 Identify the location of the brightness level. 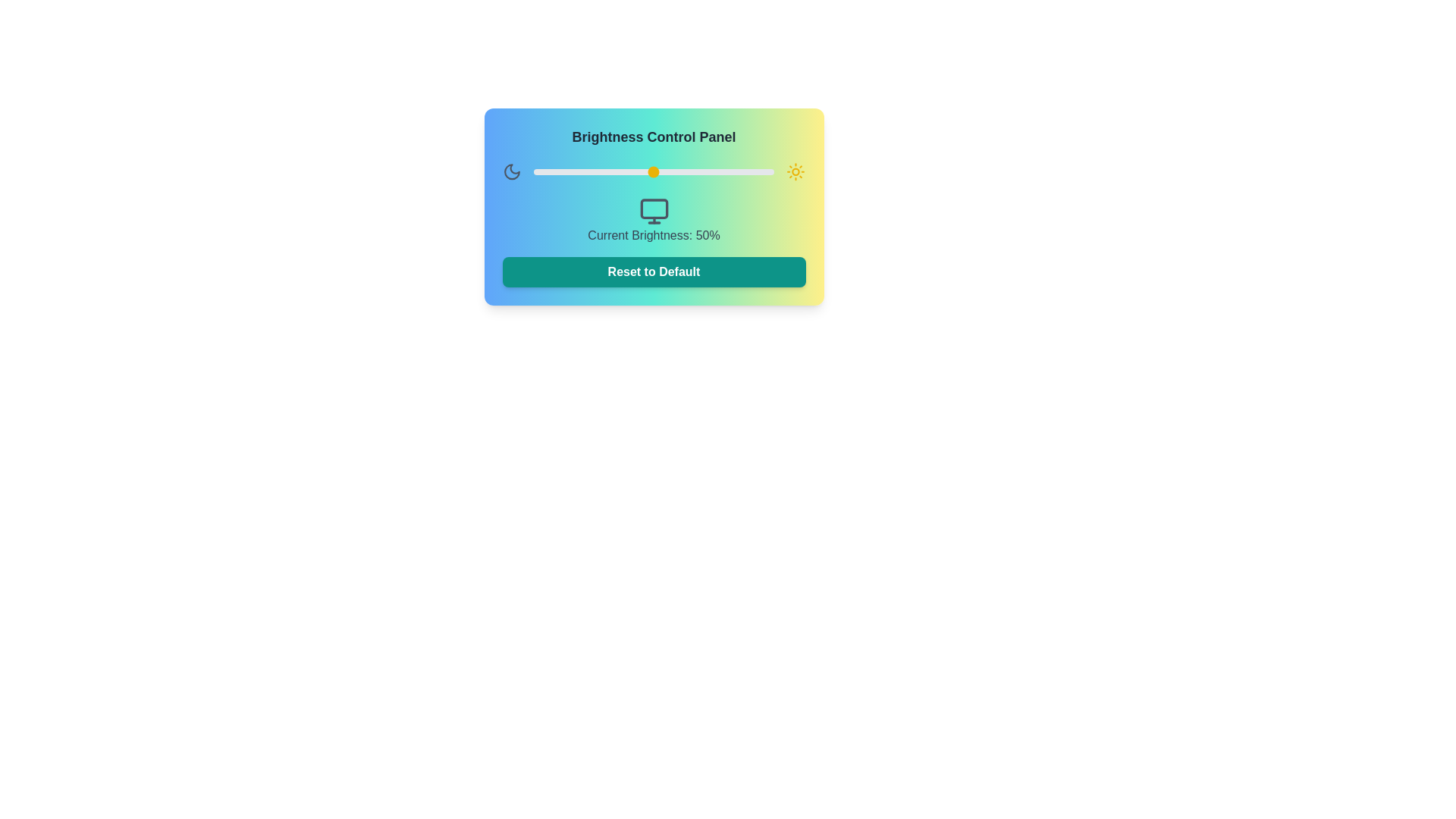
(764, 171).